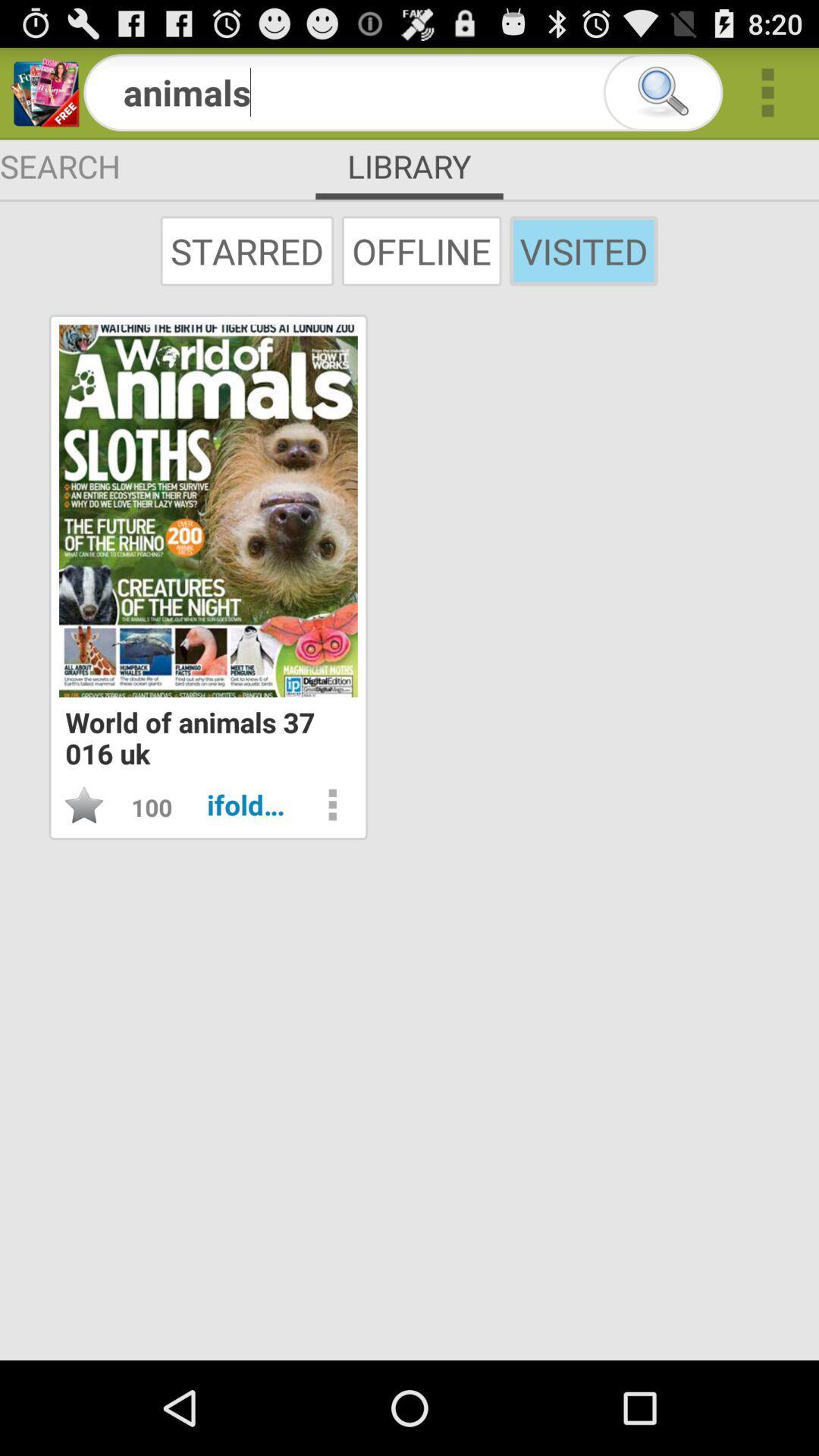  I want to click on more options, so click(767, 92).